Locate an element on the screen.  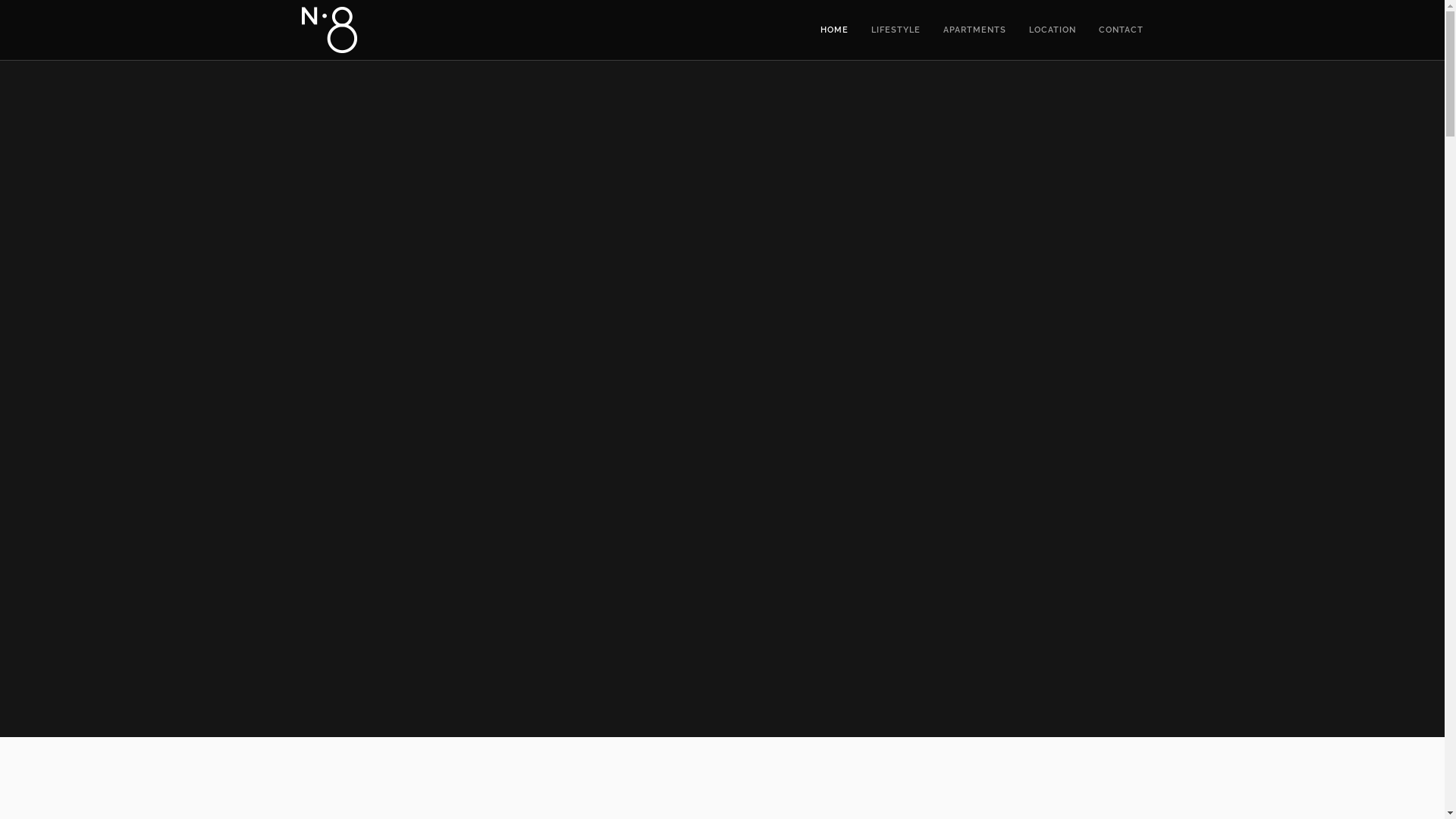
'LOCATION' is located at coordinates (1051, 30).